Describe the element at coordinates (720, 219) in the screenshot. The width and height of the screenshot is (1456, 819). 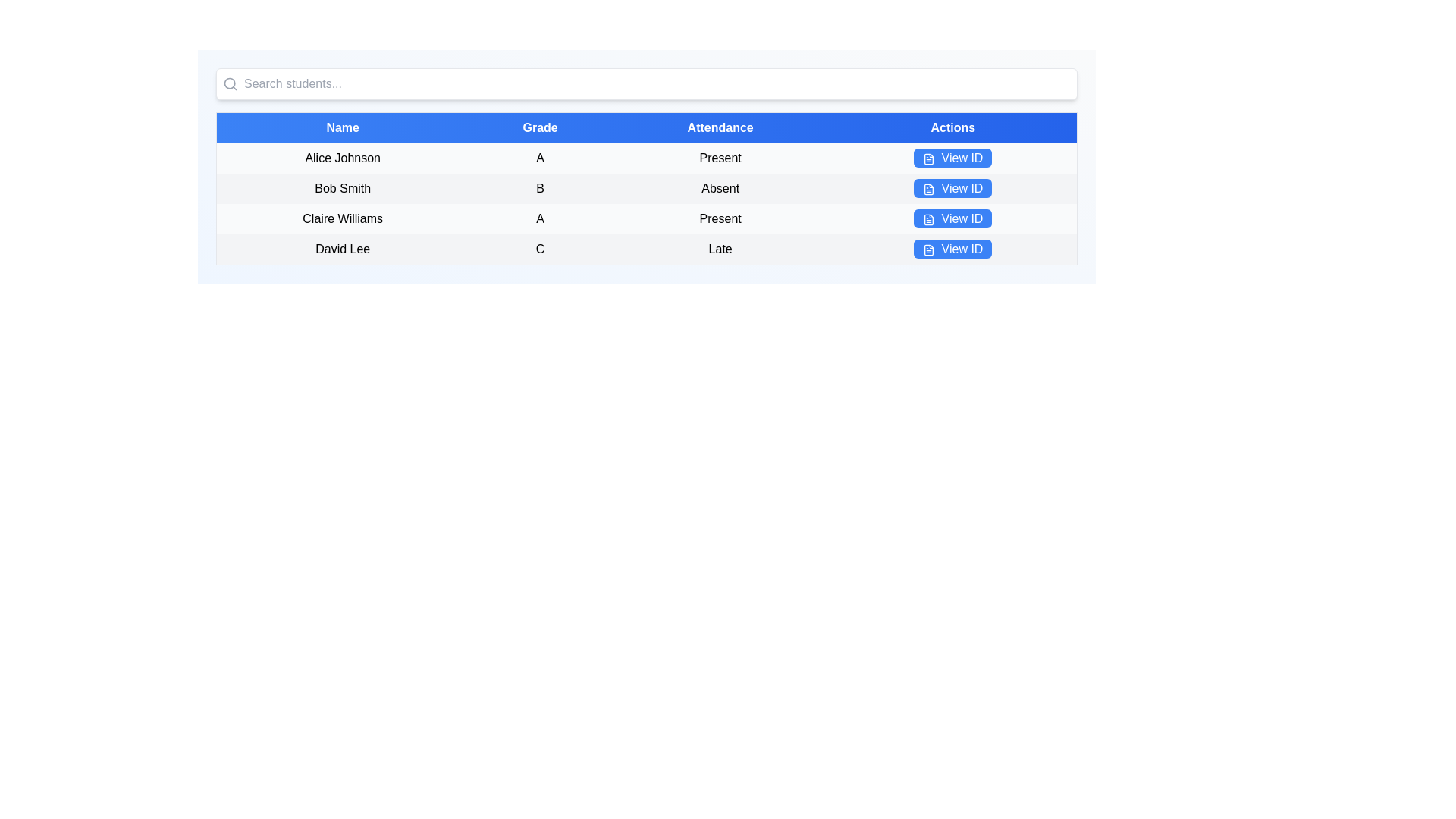
I see `the read-only text label indicating the attendance status for 'Claire Williams', which displays 'Present' in the third cell of the 'Attendance' column in the table` at that location.